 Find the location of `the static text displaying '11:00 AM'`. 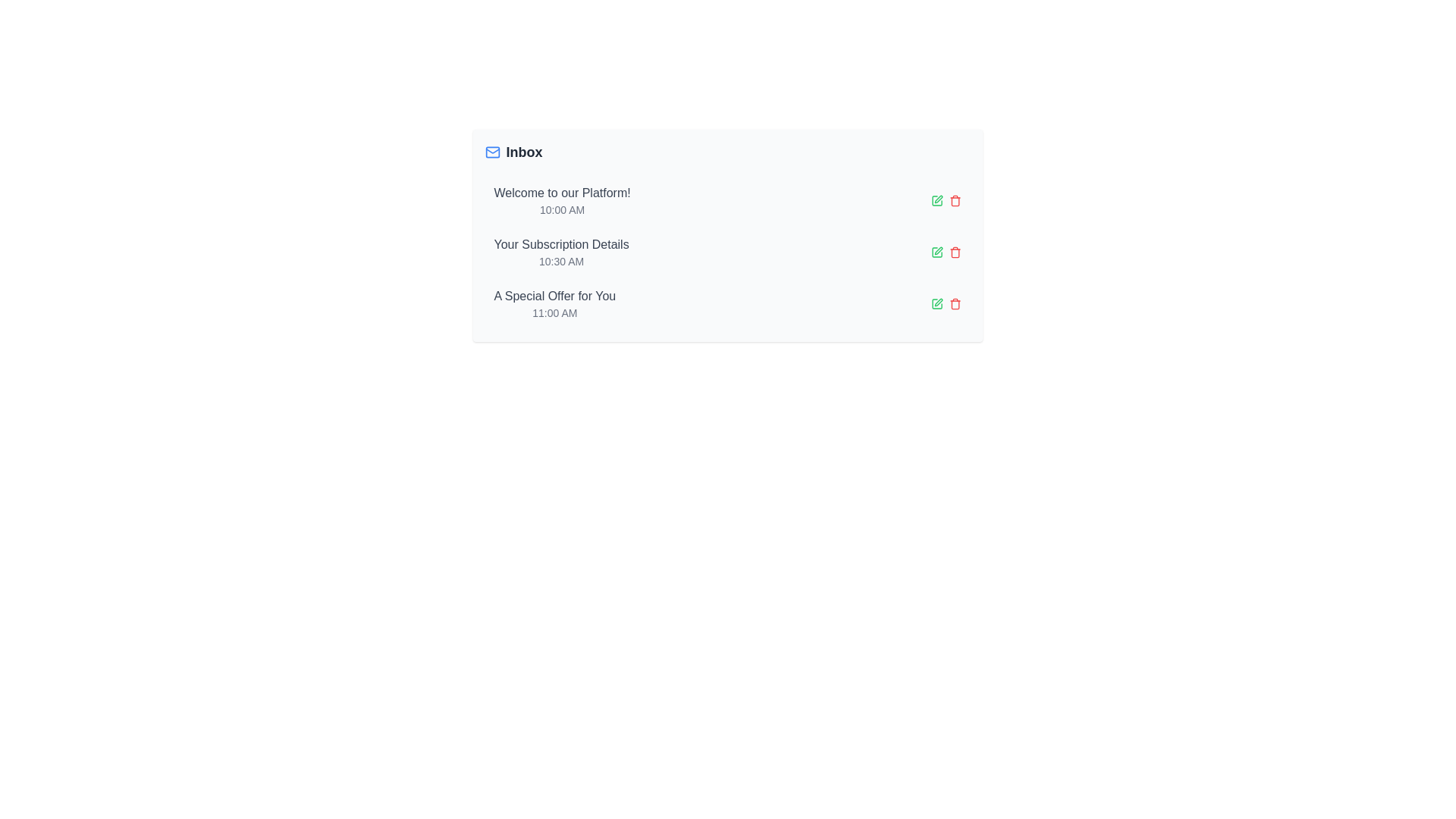

the static text displaying '11:00 AM' is located at coordinates (554, 312).